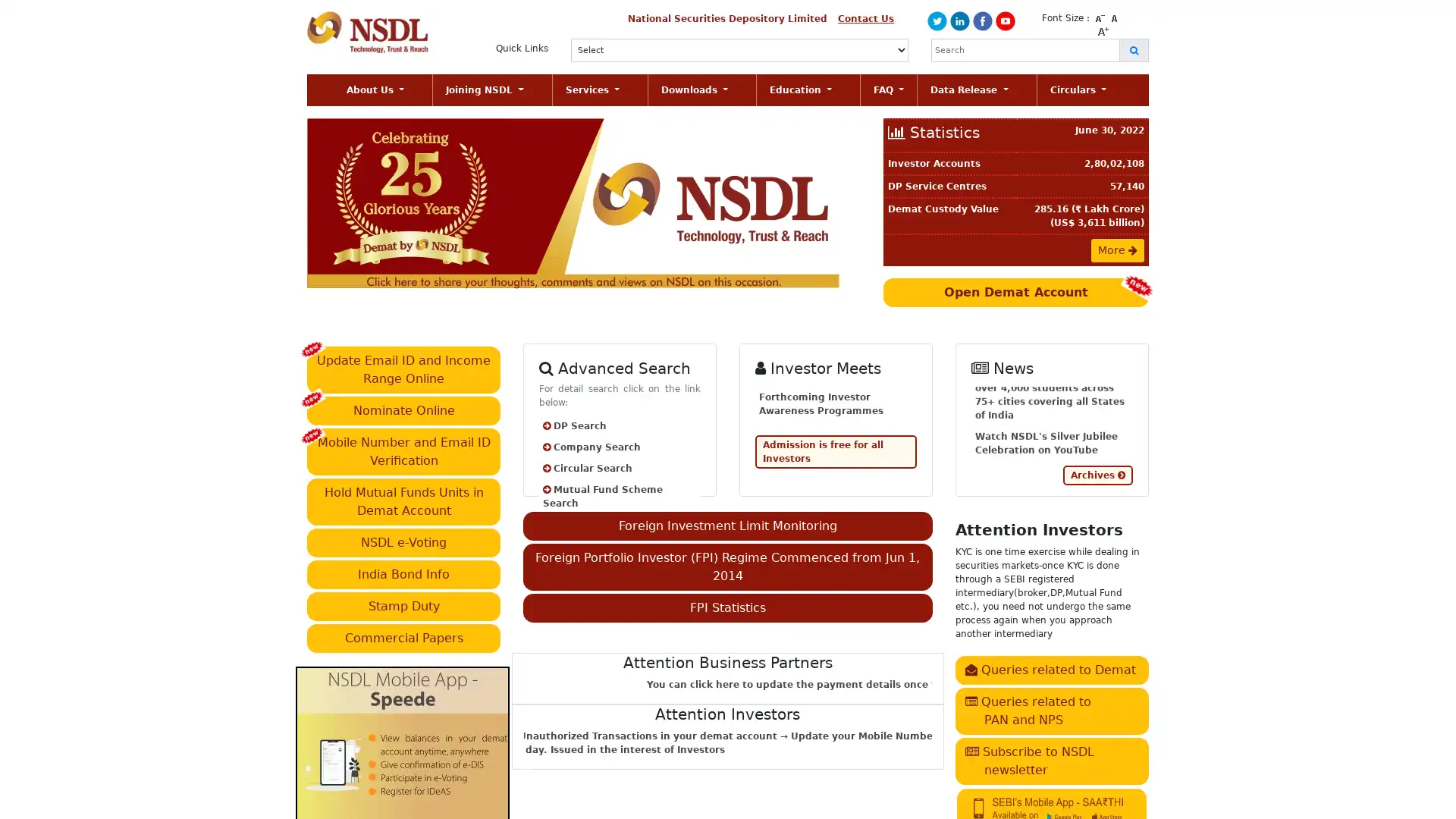  I want to click on Foreign Portfolio Investor (FPI) Regime Commenced from Jun 1, 2014, so click(726, 566).